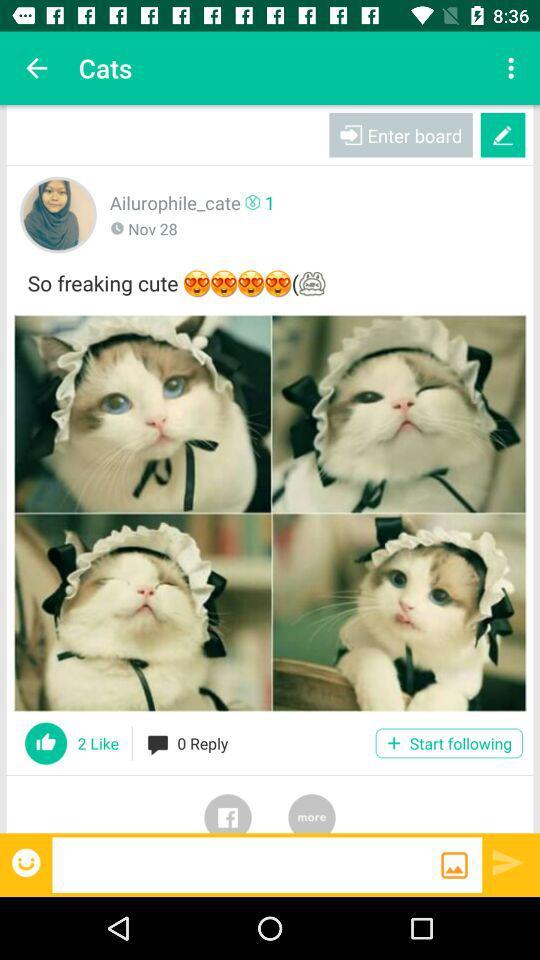 This screenshot has height=960, width=540. I want to click on send message, so click(508, 861).